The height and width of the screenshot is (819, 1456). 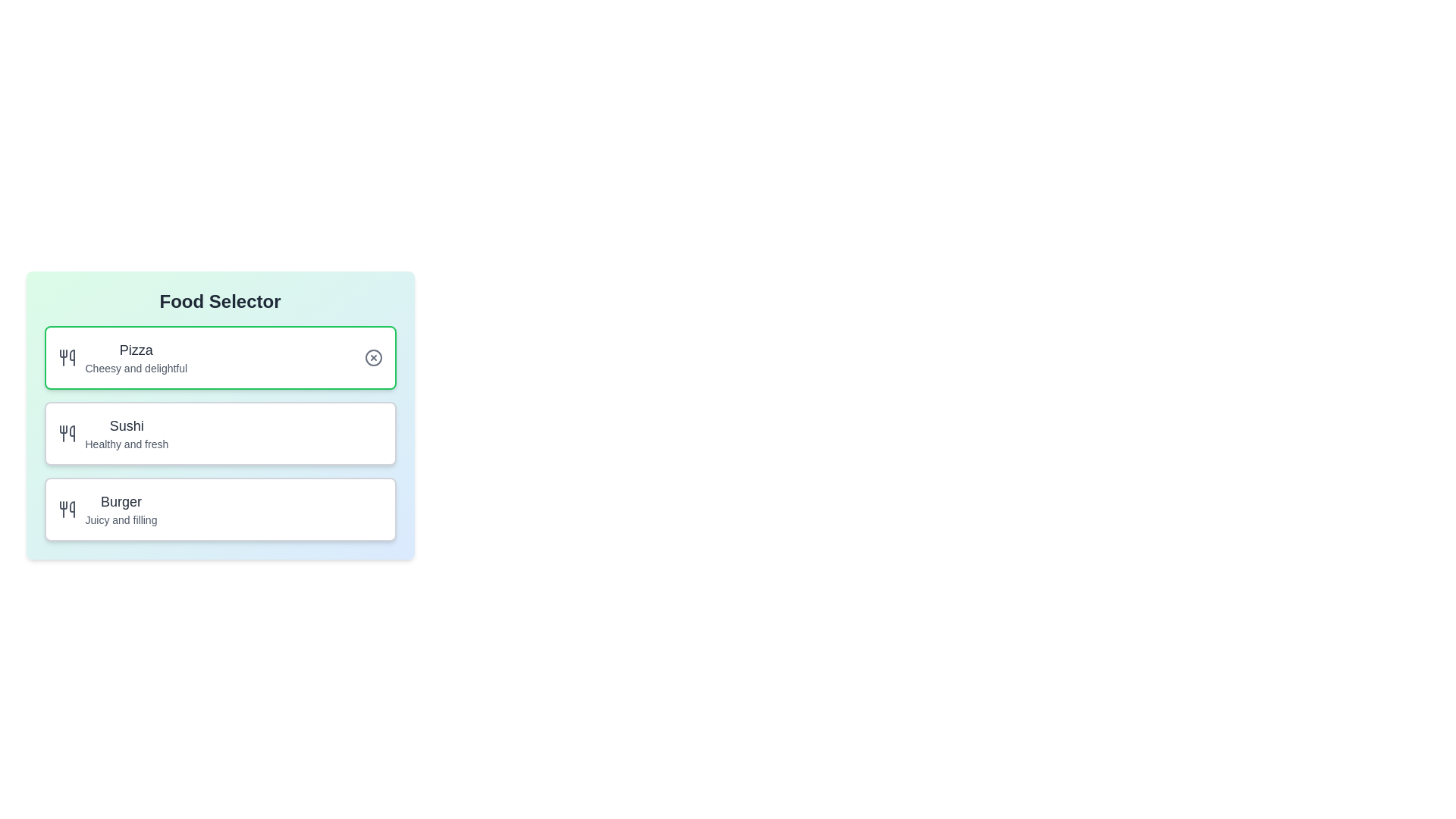 I want to click on the description of the selected food item, Pizza, so click(x=219, y=357).